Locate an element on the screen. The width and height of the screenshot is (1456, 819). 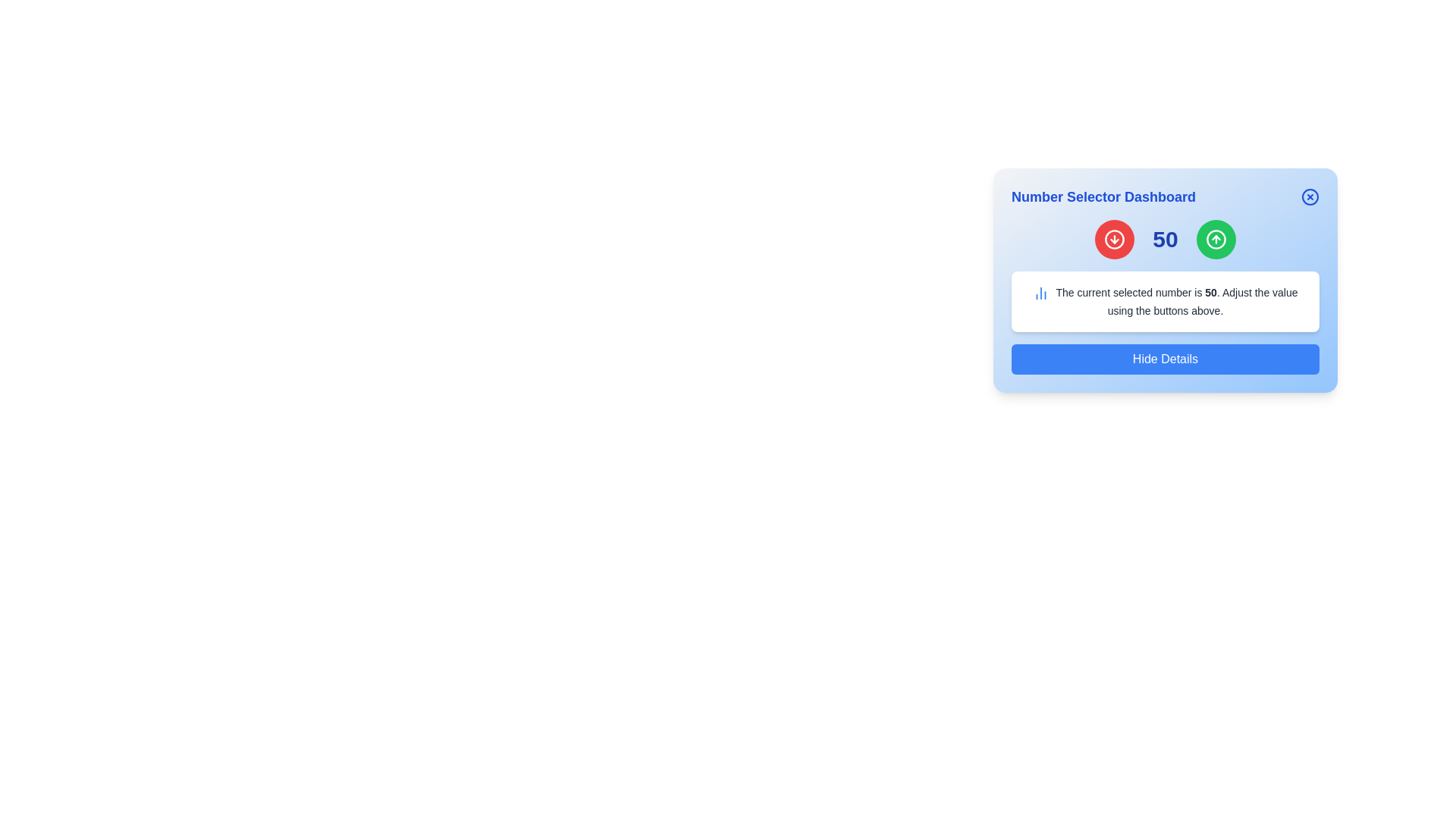
the circular graphic element with a blue outline located at the top-right corner of the 'Number Selector Dashboard' modal to initiate an action is located at coordinates (1310, 196).